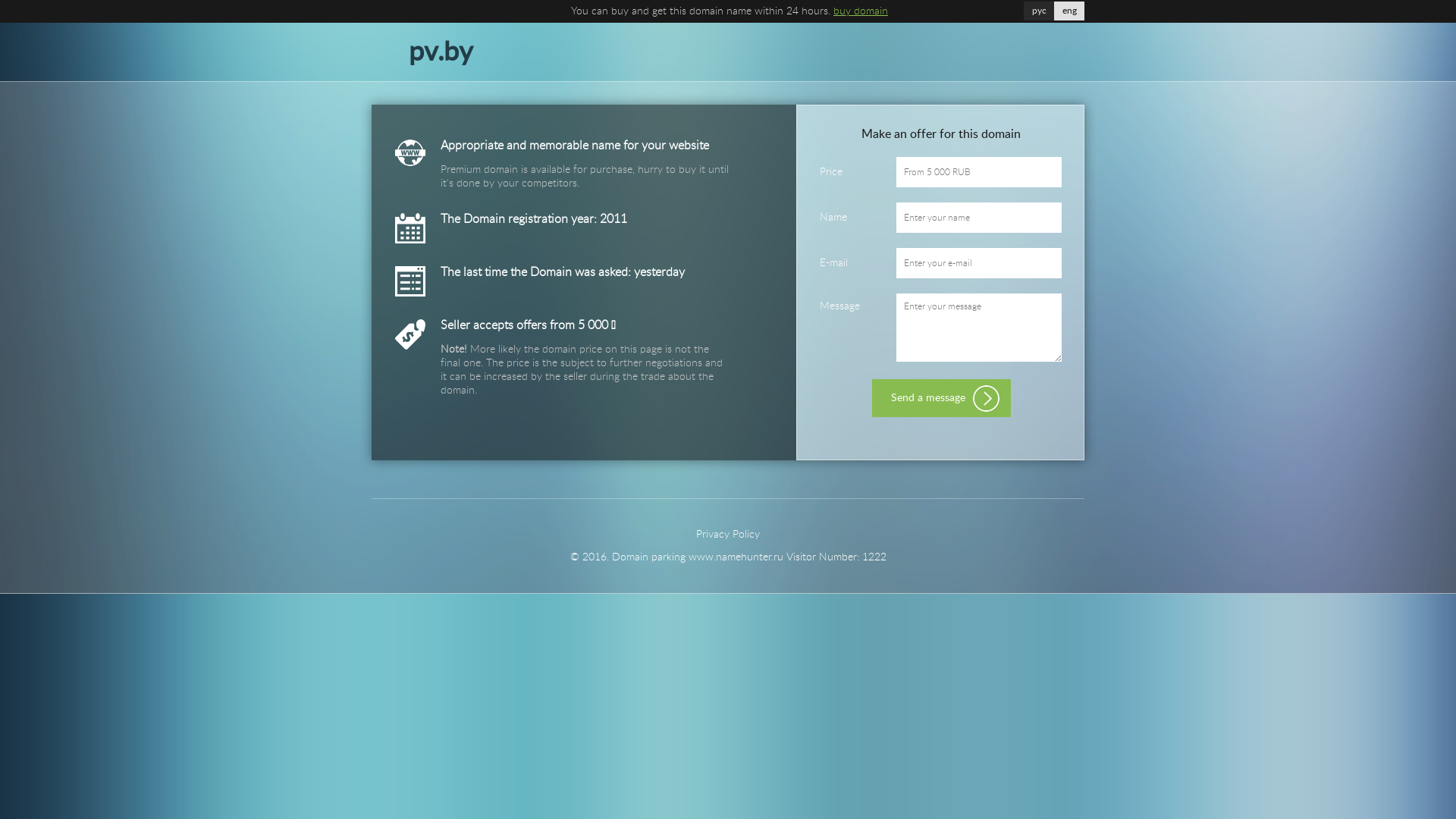  I want to click on 'buy domain', so click(860, 11).